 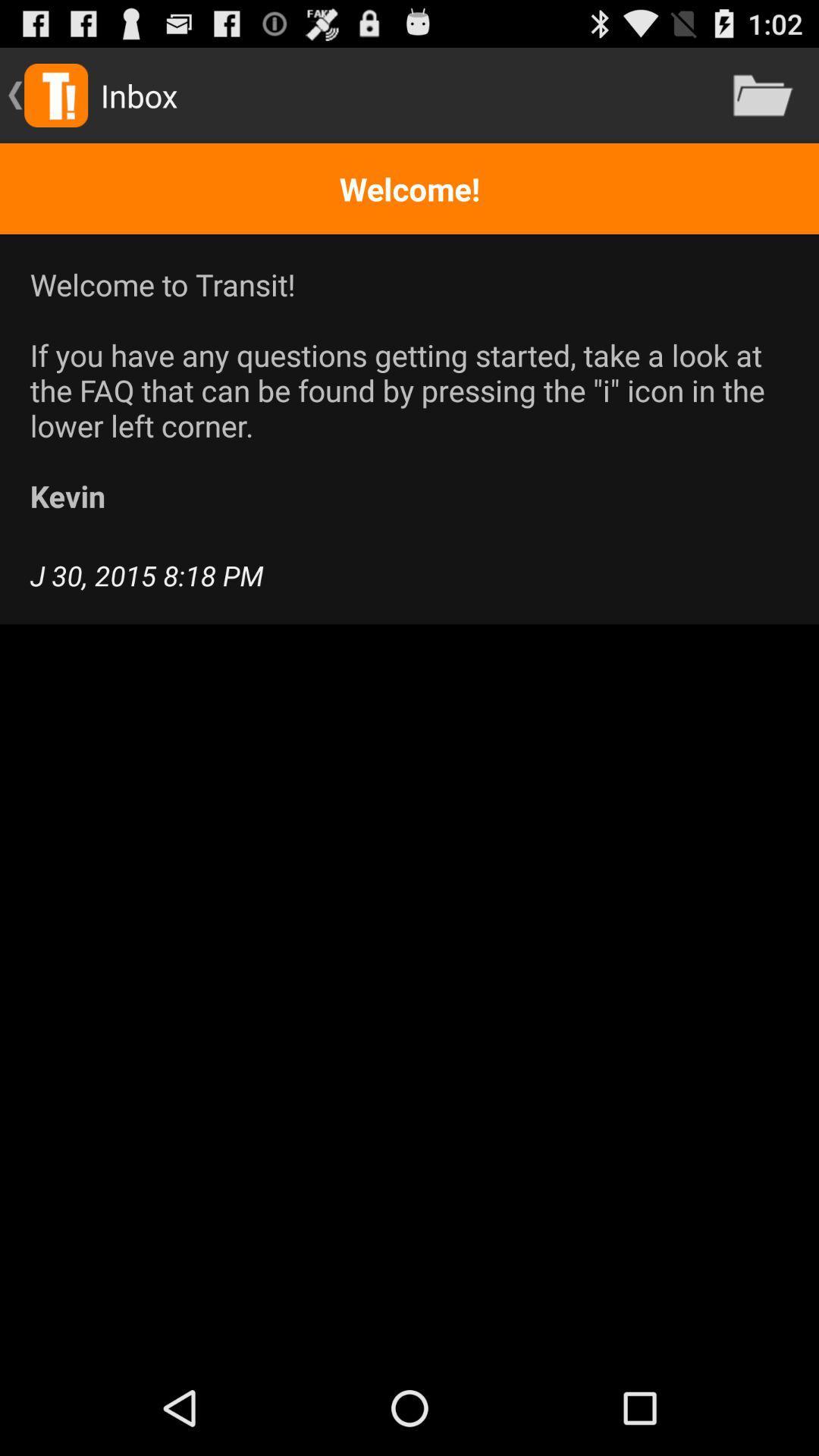 I want to click on icon above the j 30 2015 app, so click(x=409, y=390).